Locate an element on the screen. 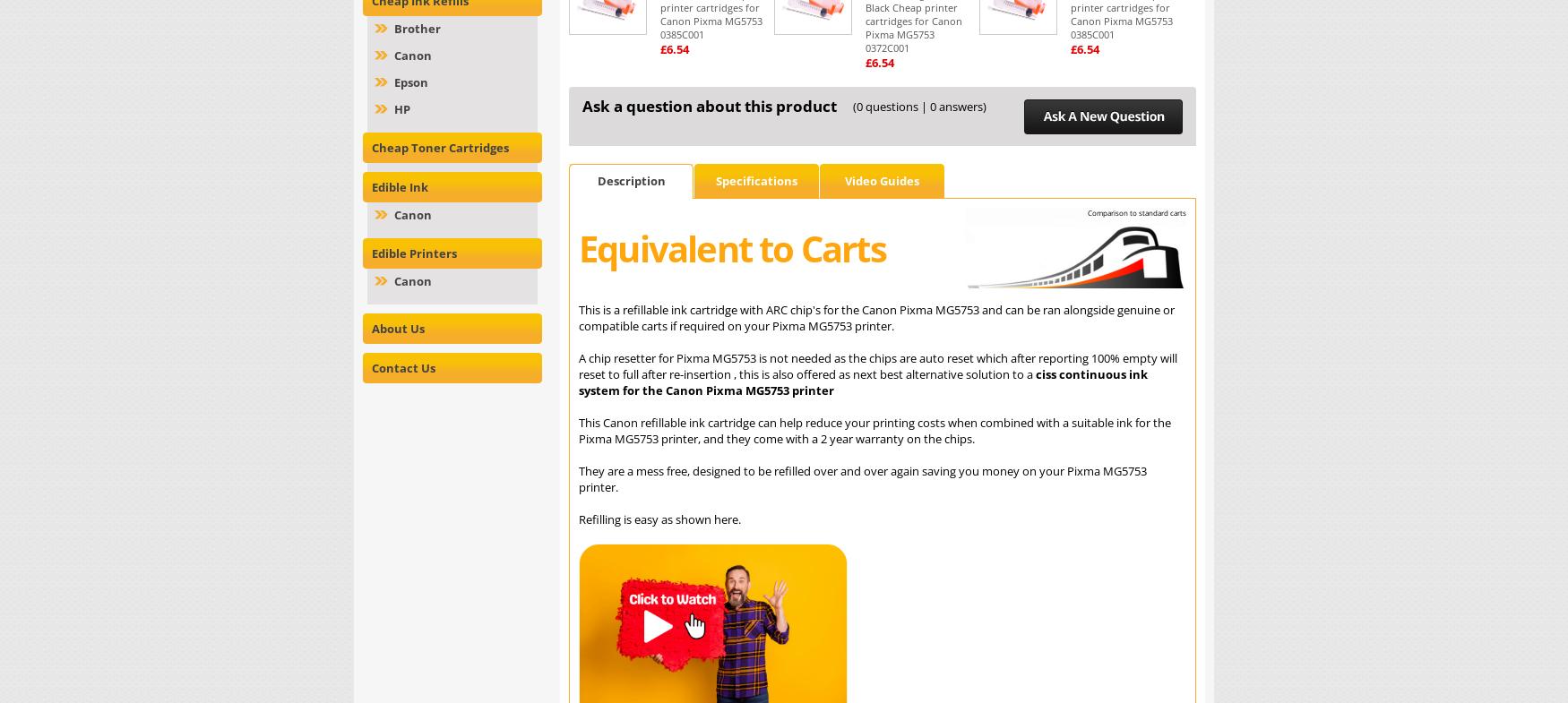 The width and height of the screenshot is (1568, 703). 'Cheap Toner Cartridges' is located at coordinates (440, 147).